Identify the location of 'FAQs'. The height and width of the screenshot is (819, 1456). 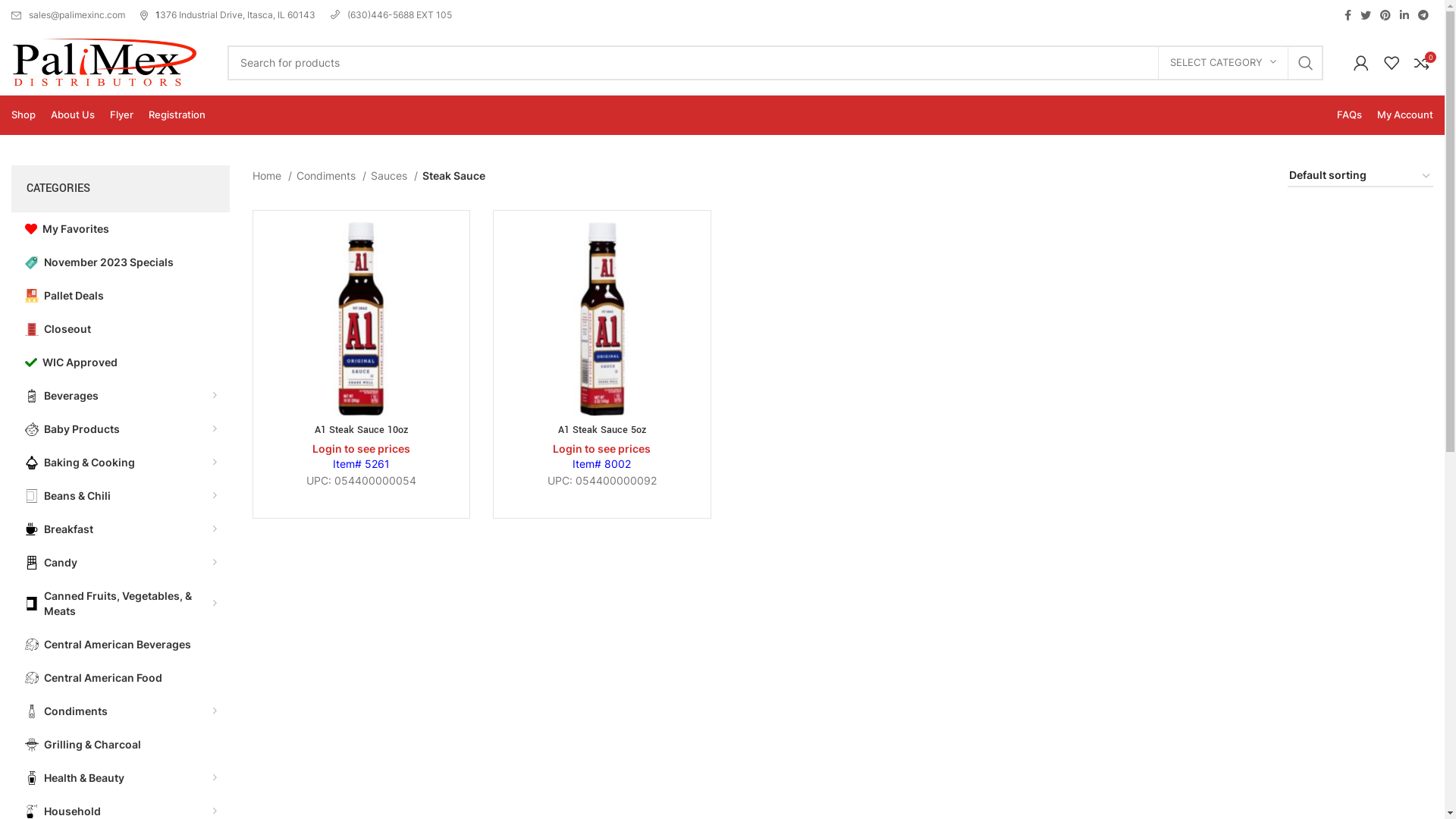
(1349, 114).